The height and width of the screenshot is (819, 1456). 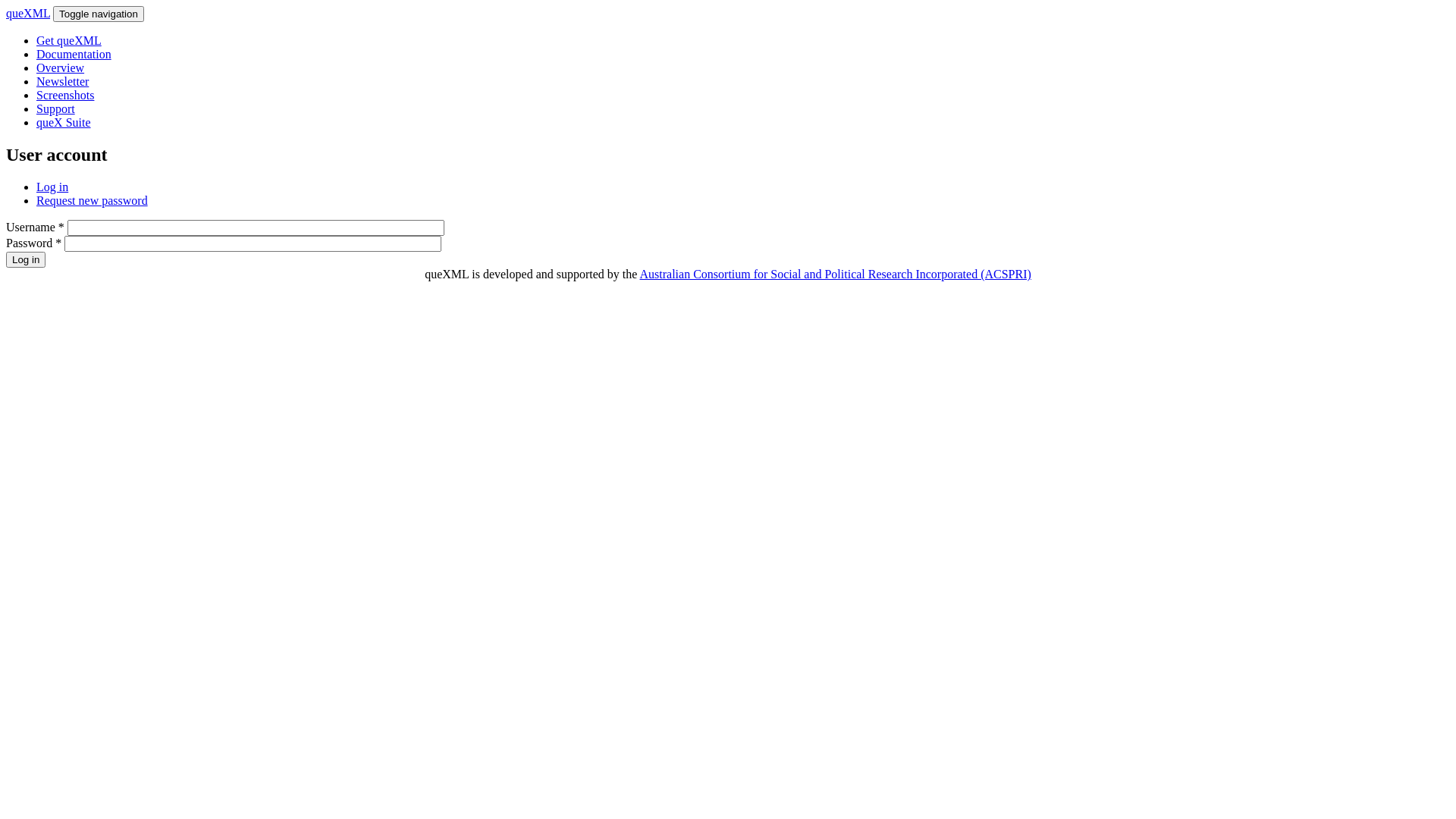 I want to click on 'Overview', so click(x=60, y=67).